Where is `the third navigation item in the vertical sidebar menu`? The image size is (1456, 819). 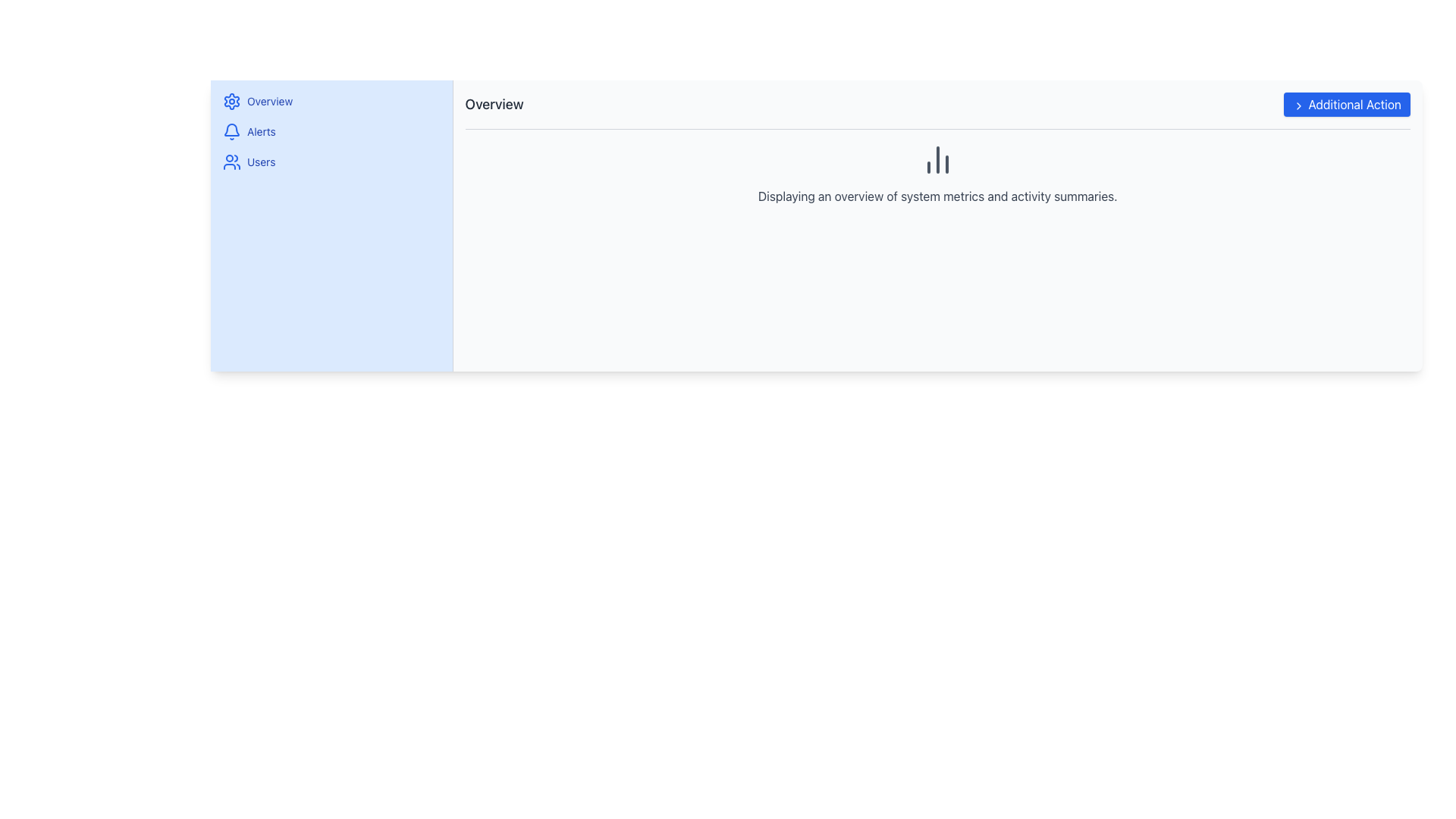
the third navigation item in the vertical sidebar menu is located at coordinates (331, 162).